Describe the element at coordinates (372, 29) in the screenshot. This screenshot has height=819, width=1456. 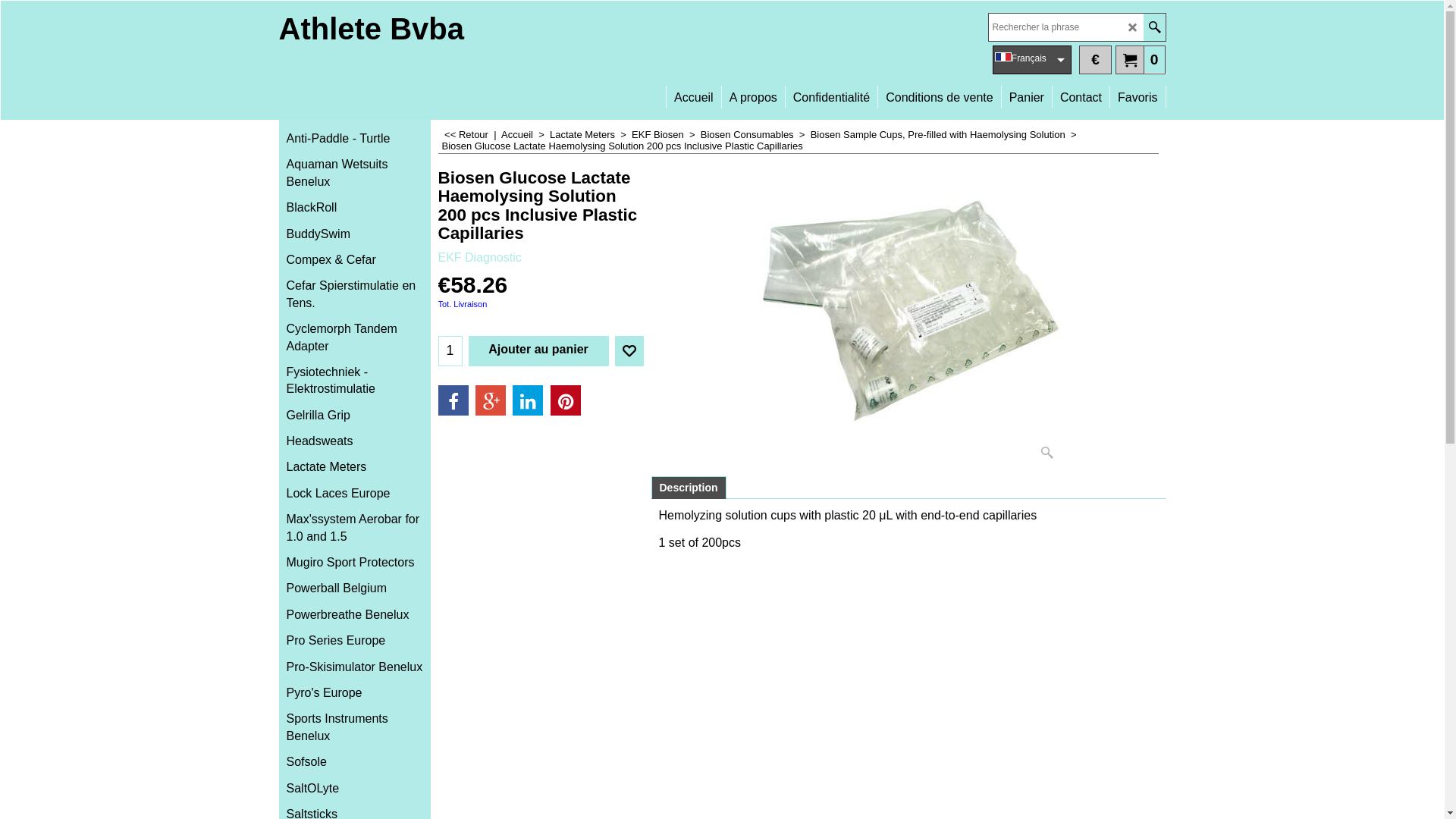
I see `'Athlete Bvba'` at that location.